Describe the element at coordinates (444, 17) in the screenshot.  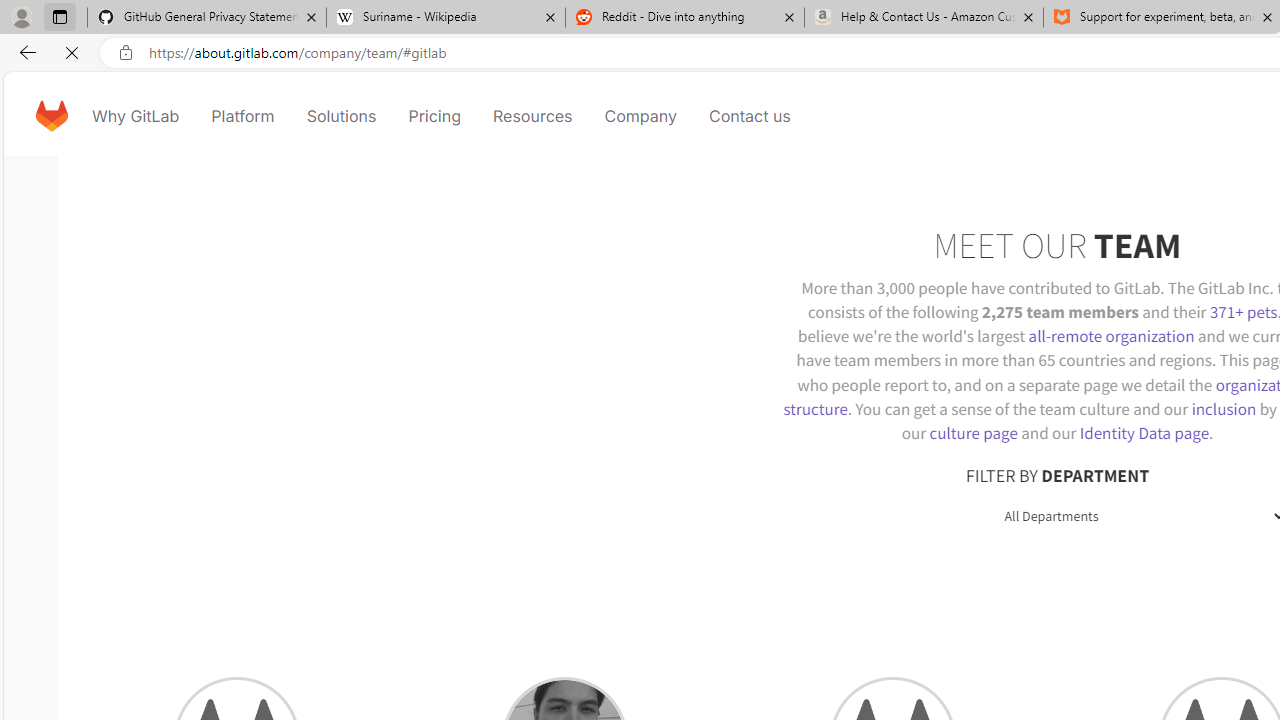
I see `'Suriname - Wikipedia'` at that location.